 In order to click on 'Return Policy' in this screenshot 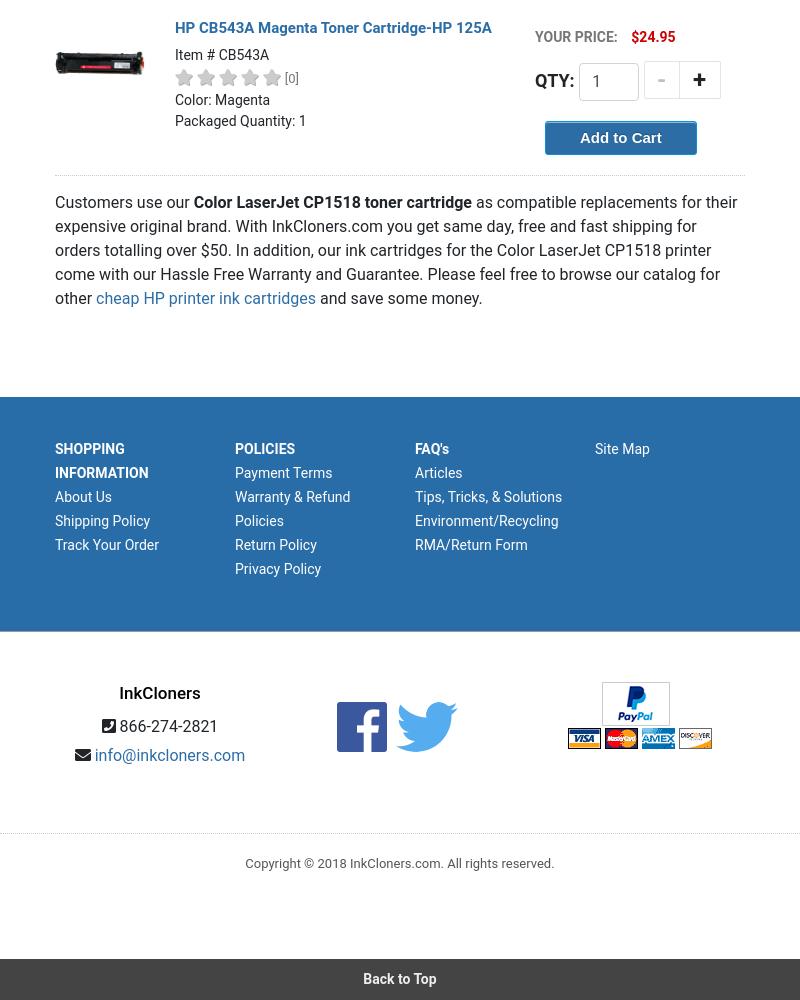, I will do `click(275, 545)`.